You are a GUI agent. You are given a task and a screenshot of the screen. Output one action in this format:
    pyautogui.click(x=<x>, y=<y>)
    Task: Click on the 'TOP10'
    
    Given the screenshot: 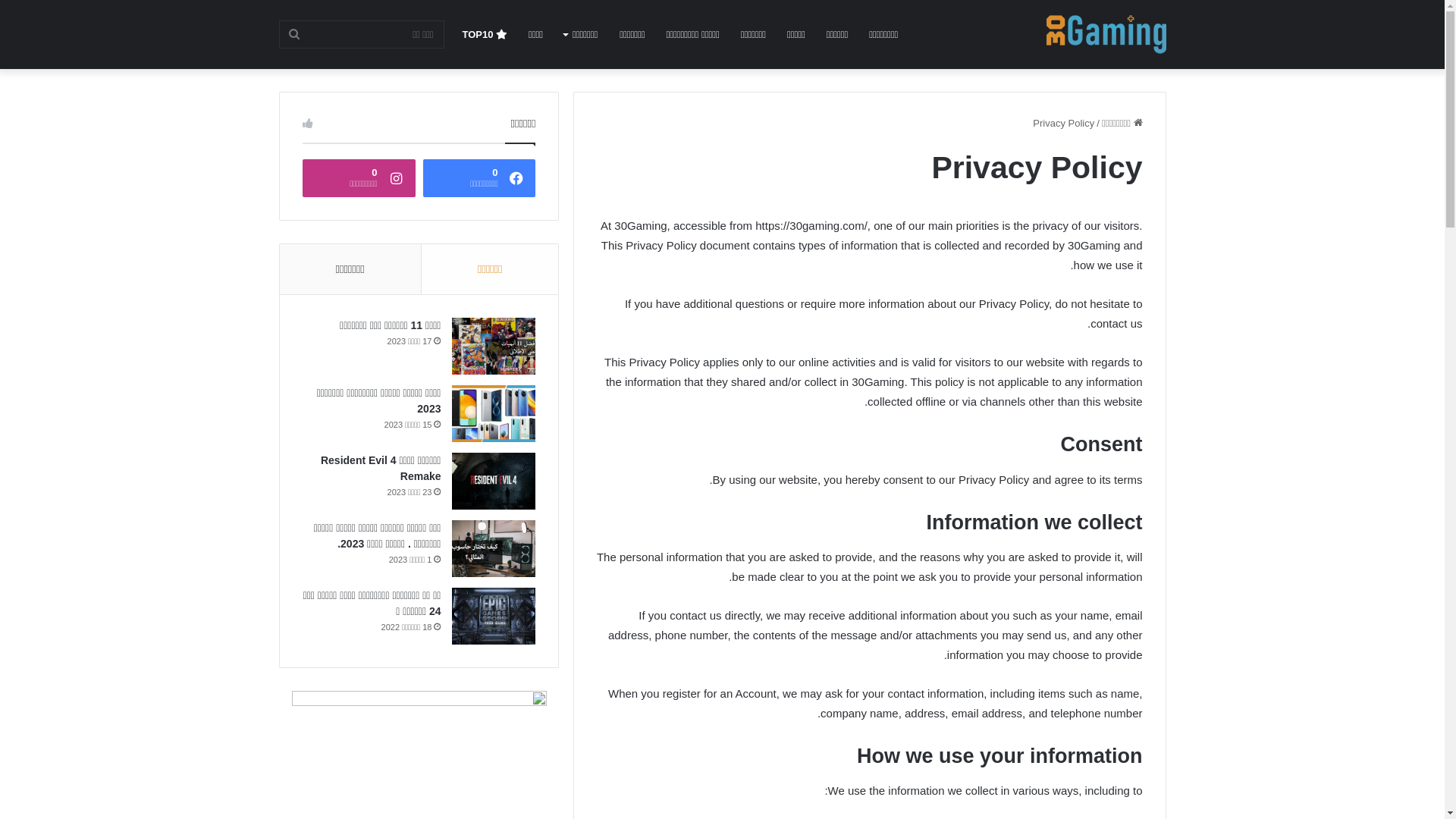 What is the action you would take?
    pyautogui.click(x=450, y=34)
    